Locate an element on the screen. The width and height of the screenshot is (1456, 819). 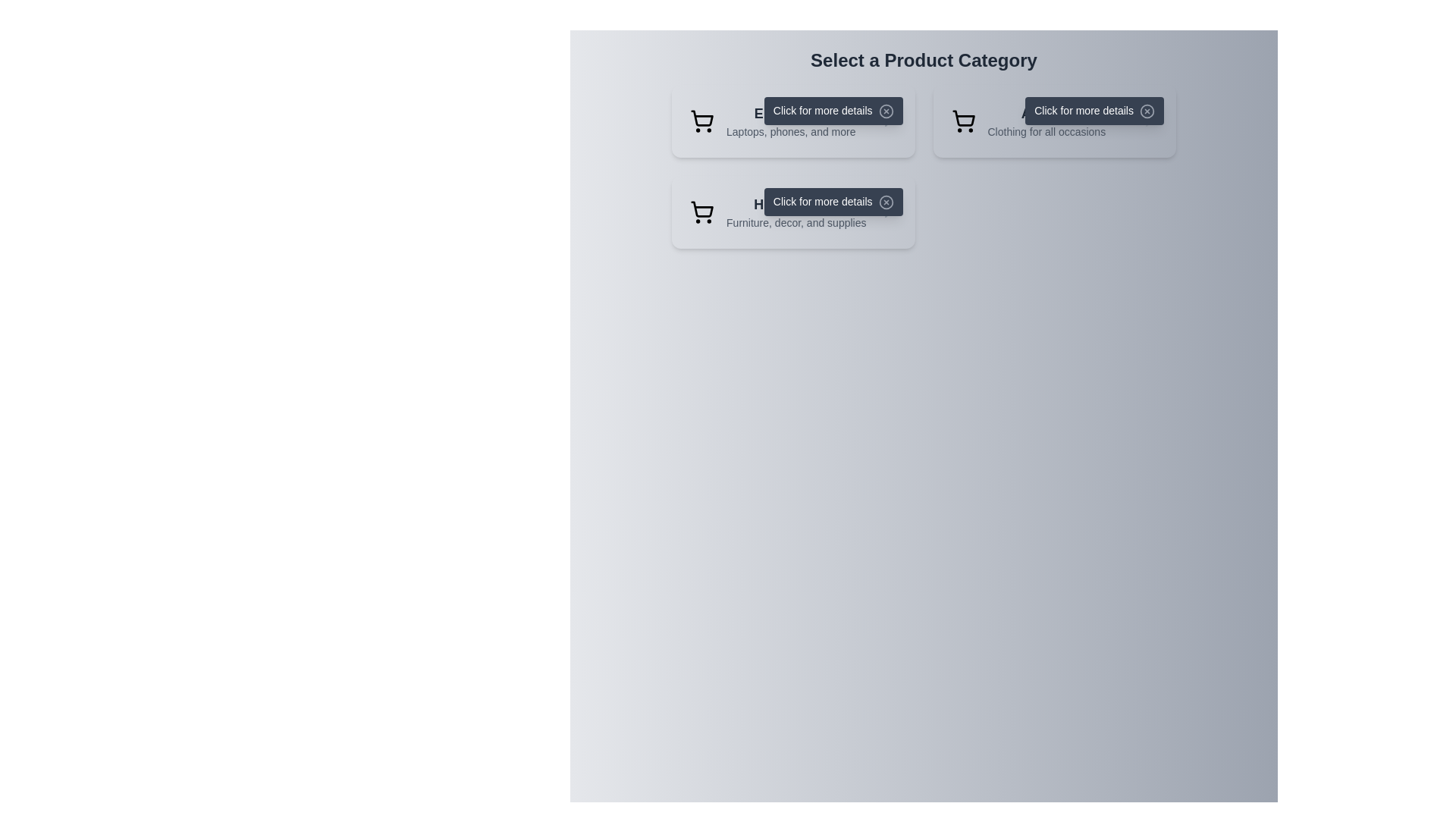
the decorative SVG graphic (circle) positioned at the end of the 'Click for more details' label in the top left category card of the displayed grid is located at coordinates (886, 111).